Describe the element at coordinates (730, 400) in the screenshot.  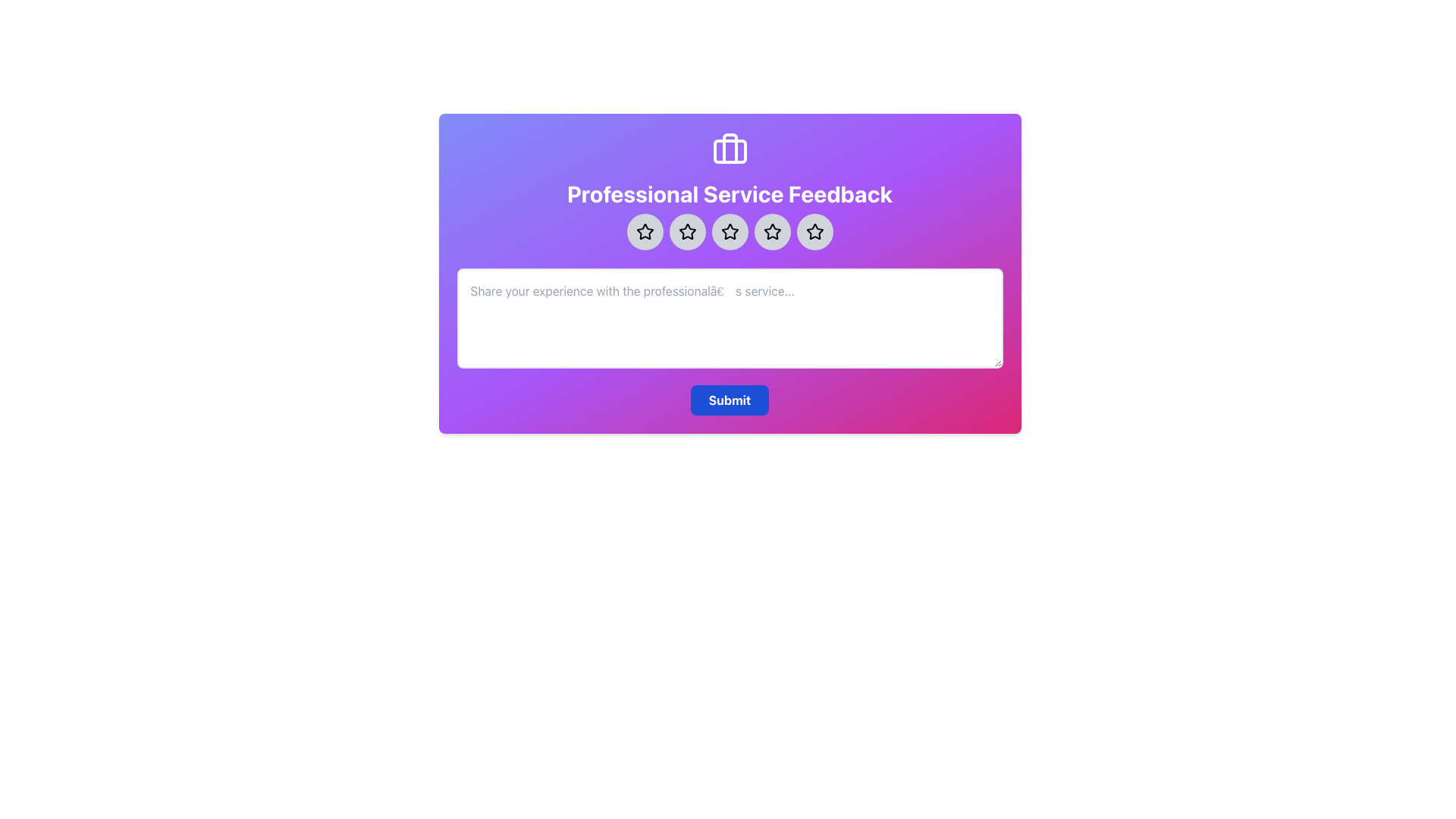
I see `the 'Submit' button, which is a prominent rectangular button with rounded corners and a blue background` at that location.